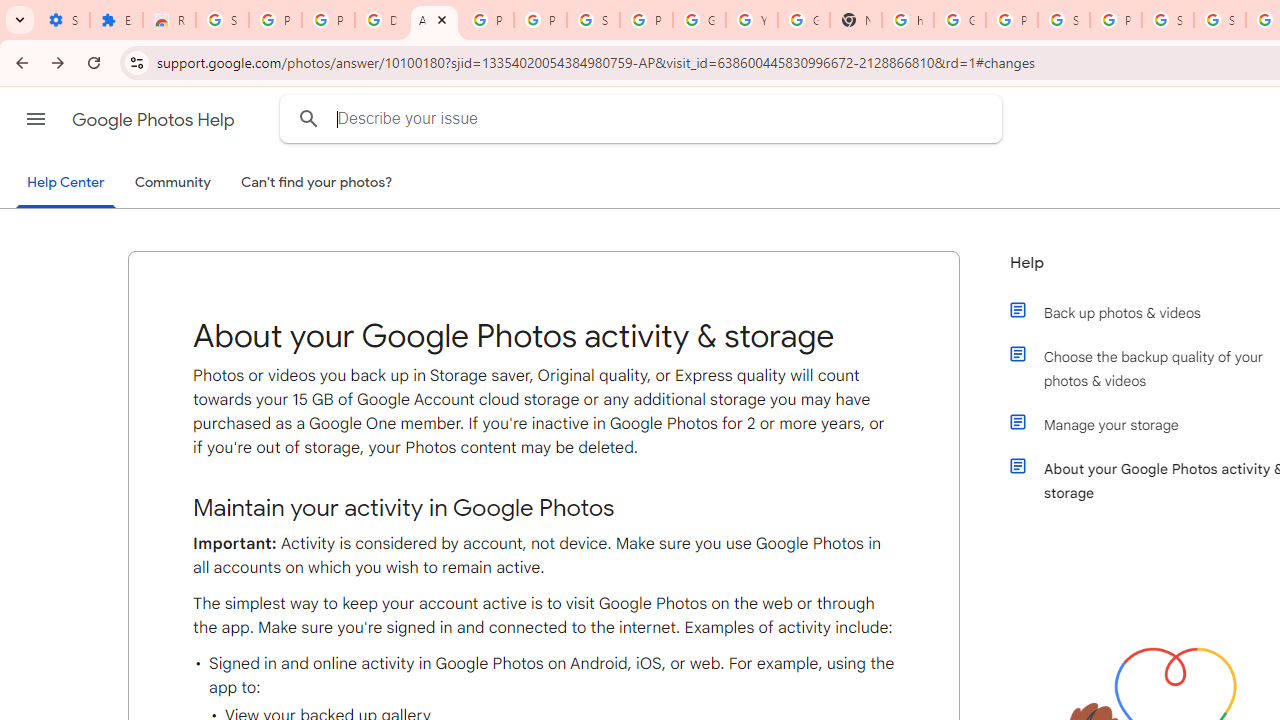 This screenshot has height=720, width=1280. I want to click on 'Google Photos Help', so click(154, 119).